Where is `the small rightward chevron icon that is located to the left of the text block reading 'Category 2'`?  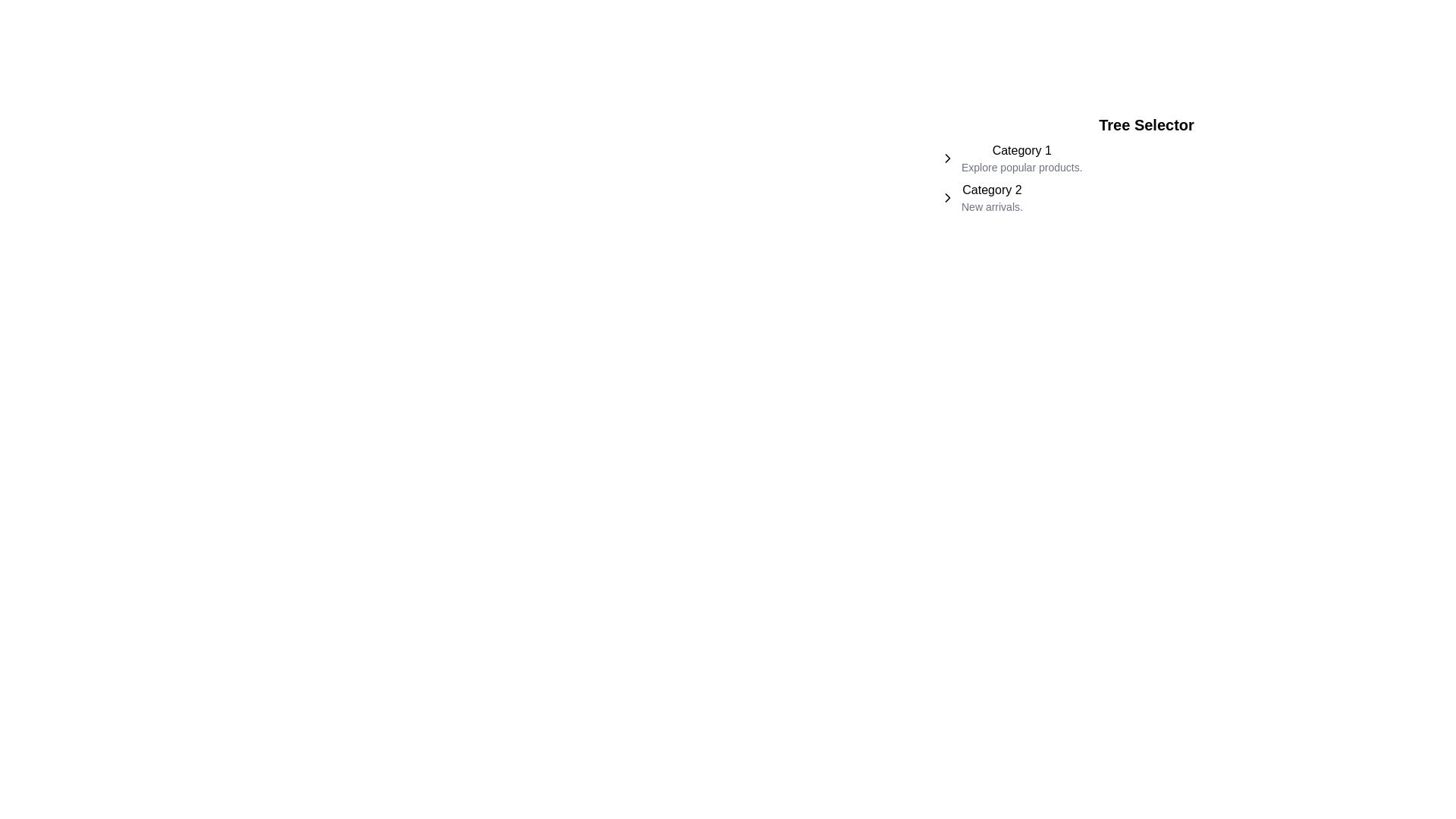 the small rightward chevron icon that is located to the left of the text block reading 'Category 2' is located at coordinates (946, 197).